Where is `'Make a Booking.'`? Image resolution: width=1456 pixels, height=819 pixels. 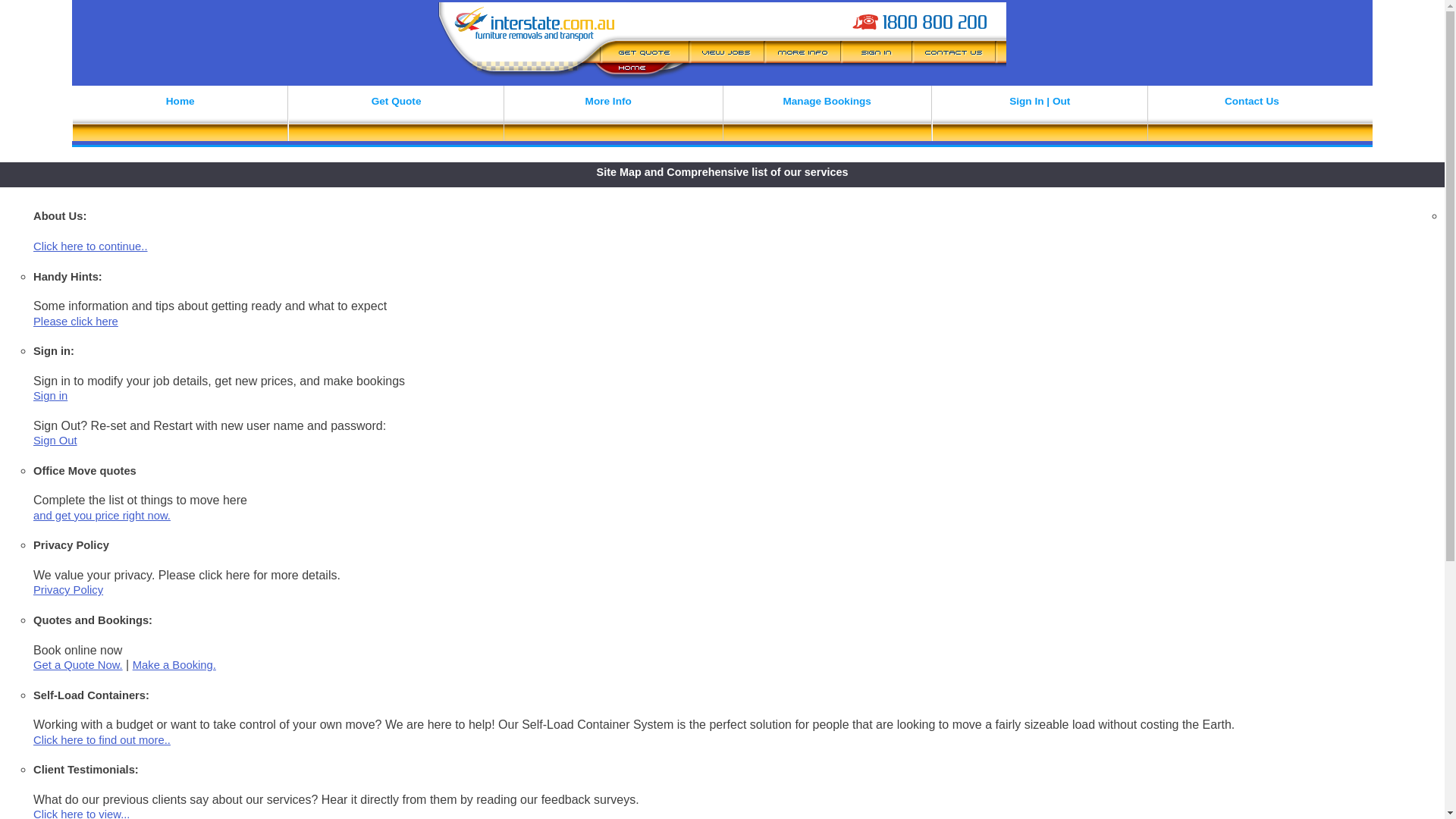
'Make a Booking.' is located at coordinates (174, 664).